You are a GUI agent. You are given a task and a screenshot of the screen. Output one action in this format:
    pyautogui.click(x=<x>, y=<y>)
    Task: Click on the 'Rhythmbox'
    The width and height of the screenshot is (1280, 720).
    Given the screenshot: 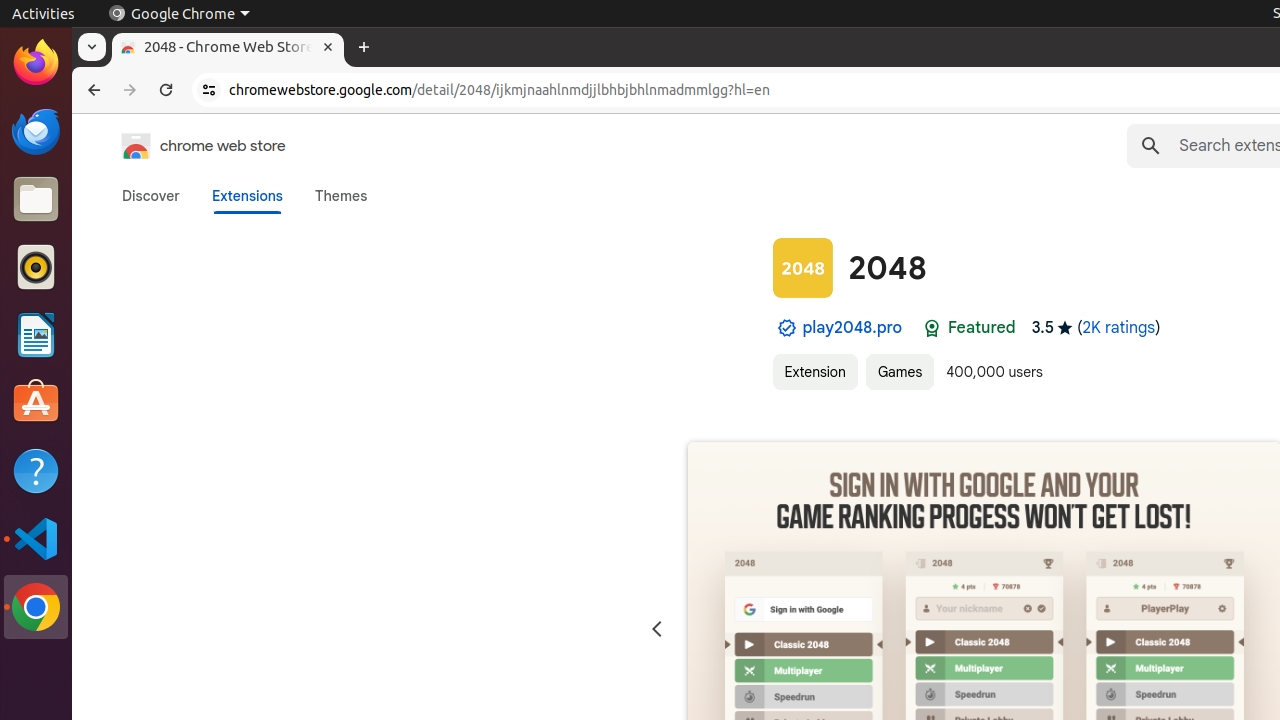 What is the action you would take?
    pyautogui.click(x=35, y=265)
    